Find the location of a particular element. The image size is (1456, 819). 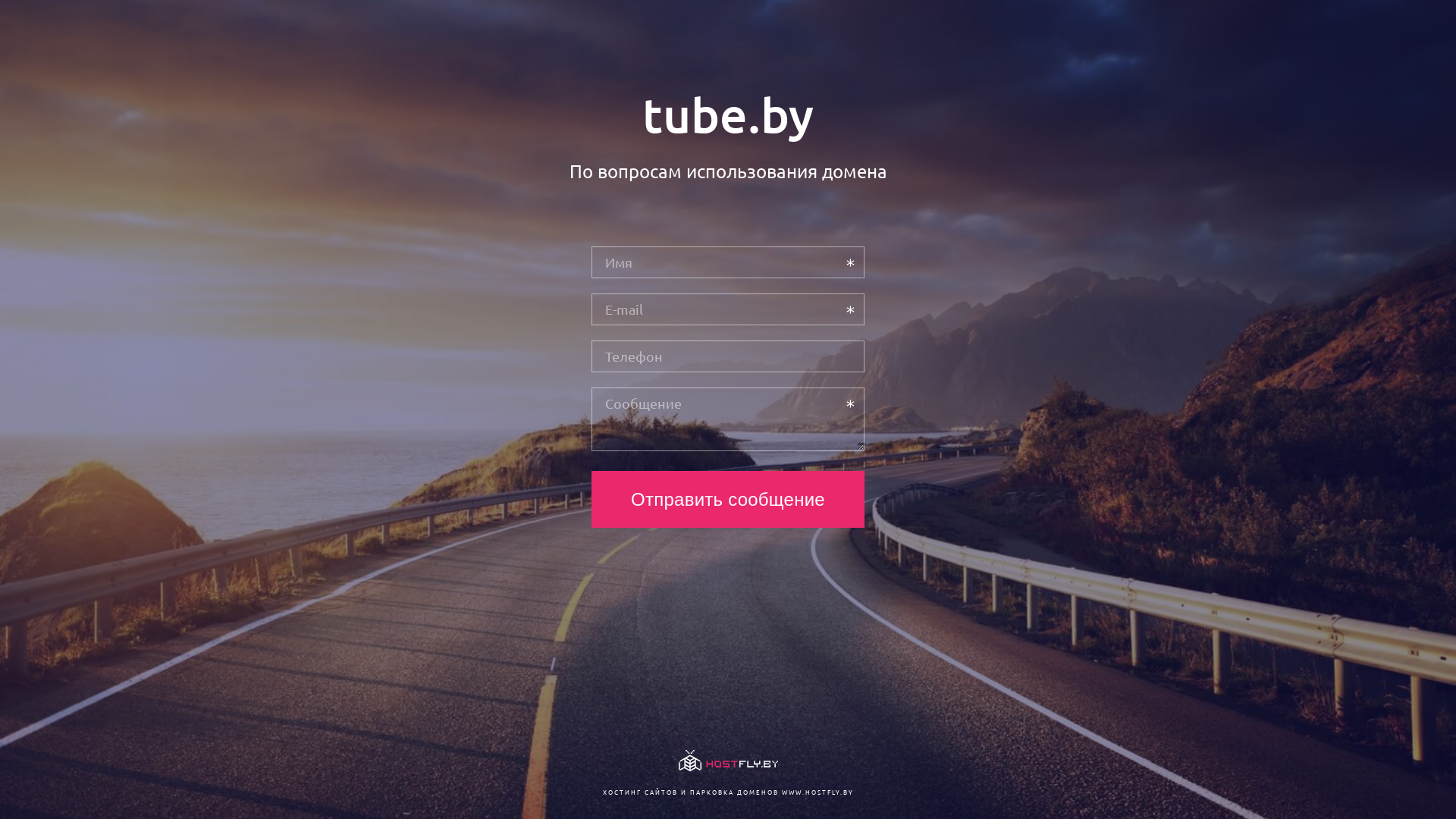

'WWW.HOSTFLY.BY' is located at coordinates (816, 791).